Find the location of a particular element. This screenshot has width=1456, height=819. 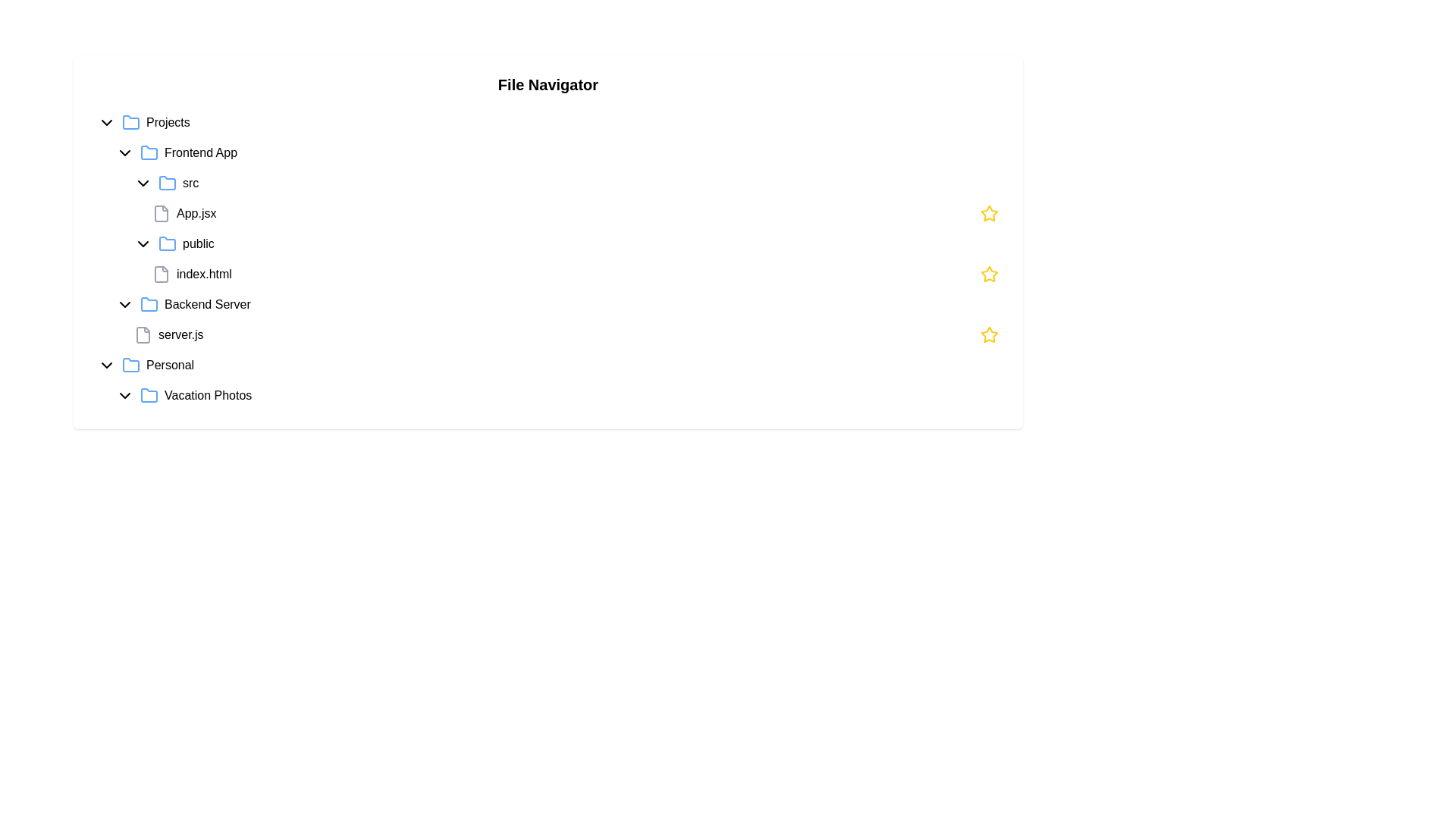

the text-based UI element displaying the file name 'index.html', which is styled in black and positioned to the right of a file icon in the file navigator is located at coordinates (203, 275).